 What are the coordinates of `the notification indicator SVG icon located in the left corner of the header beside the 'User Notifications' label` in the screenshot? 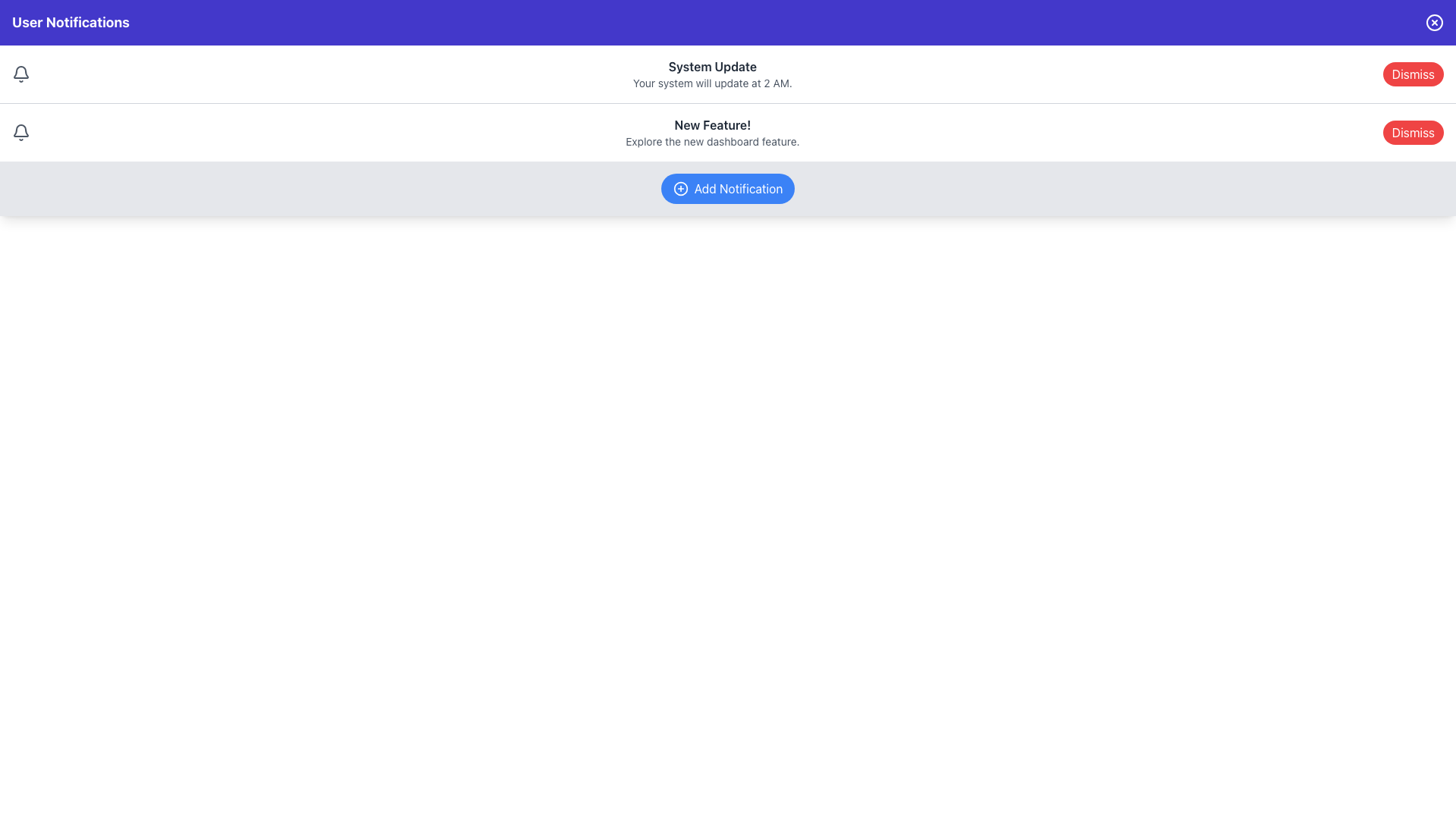 It's located at (21, 130).